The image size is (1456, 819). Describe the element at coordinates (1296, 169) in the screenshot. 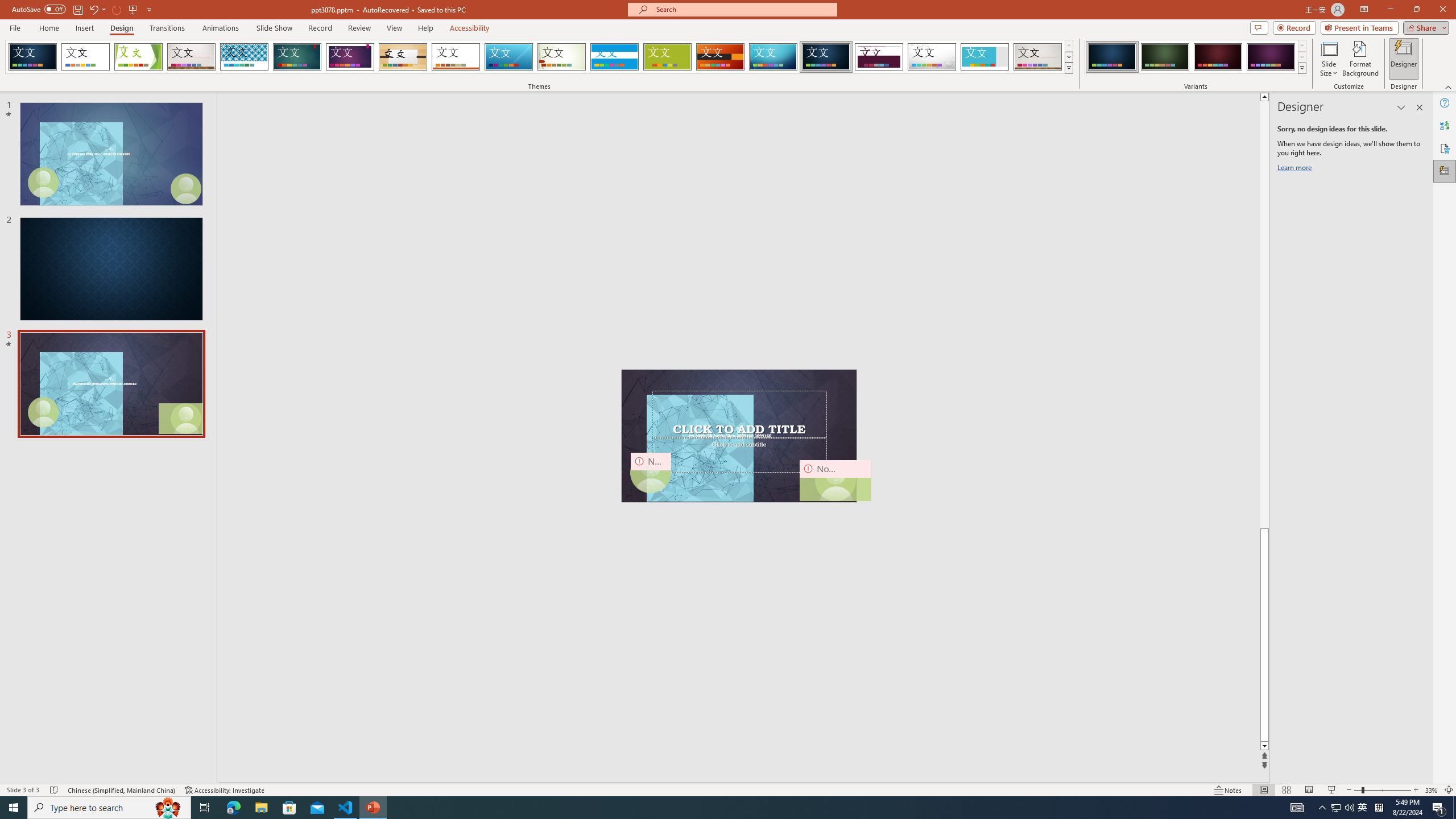

I see `'Learn more'` at that location.